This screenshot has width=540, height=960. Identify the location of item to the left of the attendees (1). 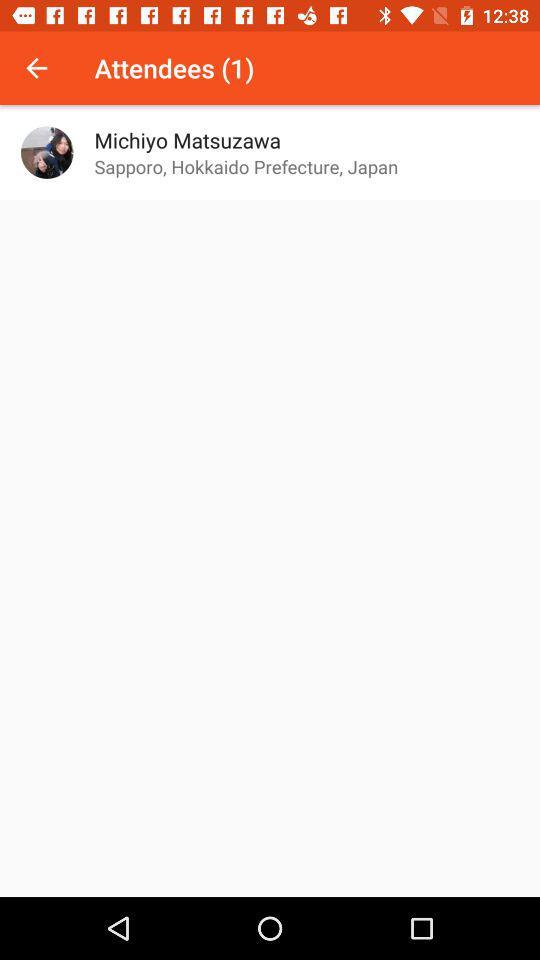
(36, 68).